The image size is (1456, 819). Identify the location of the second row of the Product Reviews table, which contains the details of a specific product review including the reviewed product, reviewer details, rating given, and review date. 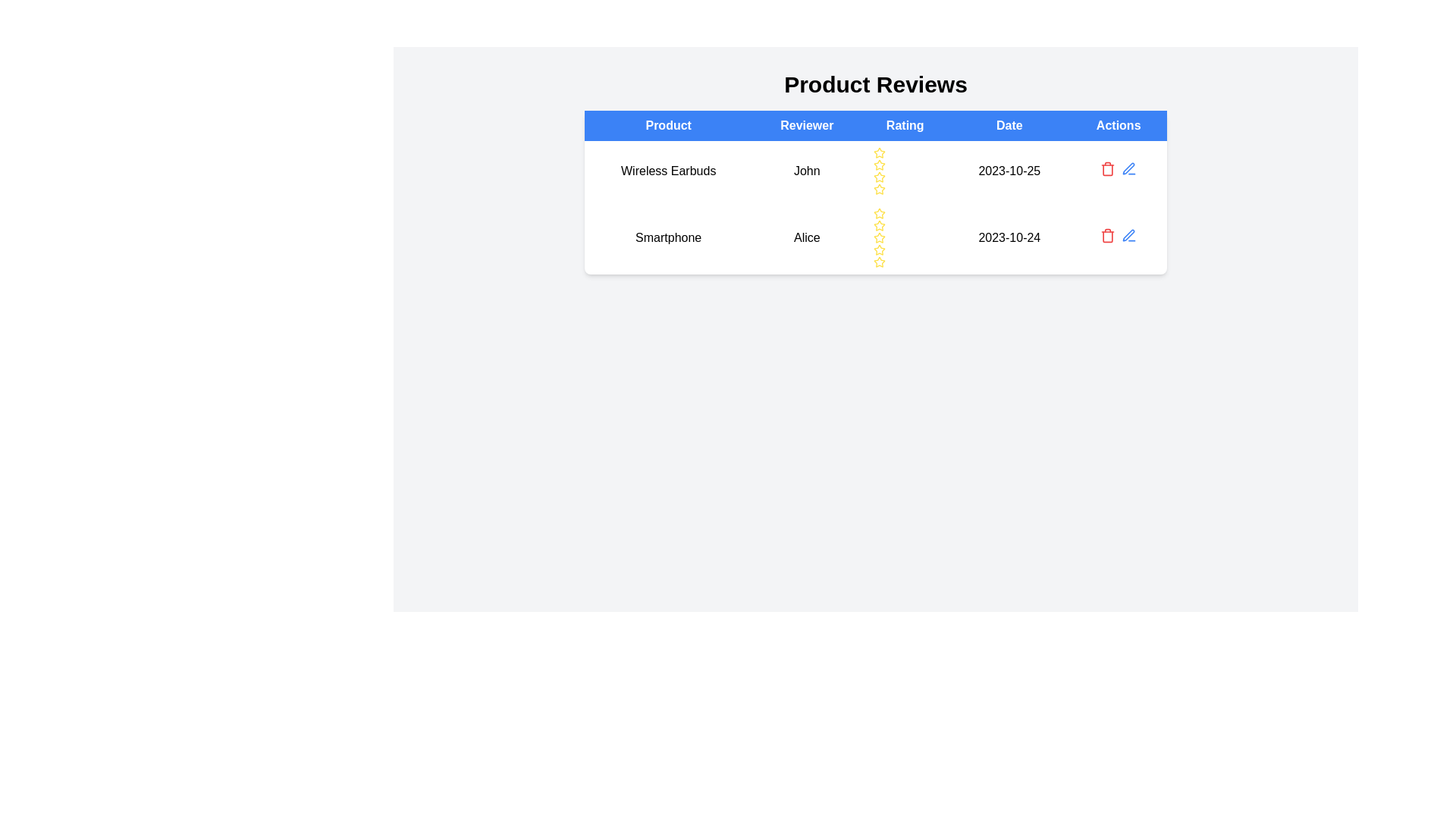
(876, 207).